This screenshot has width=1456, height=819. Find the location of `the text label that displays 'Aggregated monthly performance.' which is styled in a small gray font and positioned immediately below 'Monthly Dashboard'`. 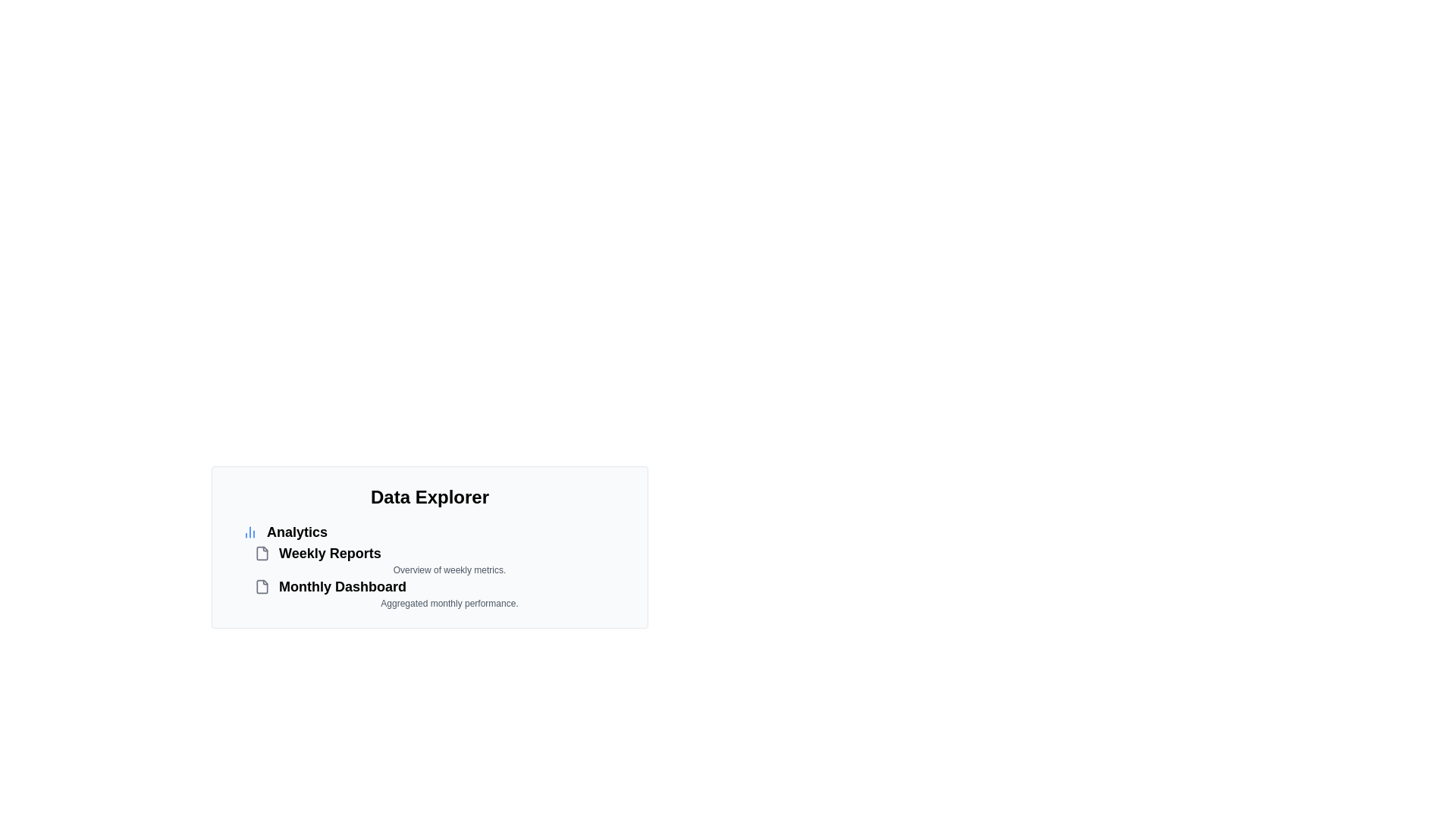

the text label that displays 'Aggregated monthly performance.' which is styled in a small gray font and positioned immediately below 'Monthly Dashboard' is located at coordinates (449, 602).